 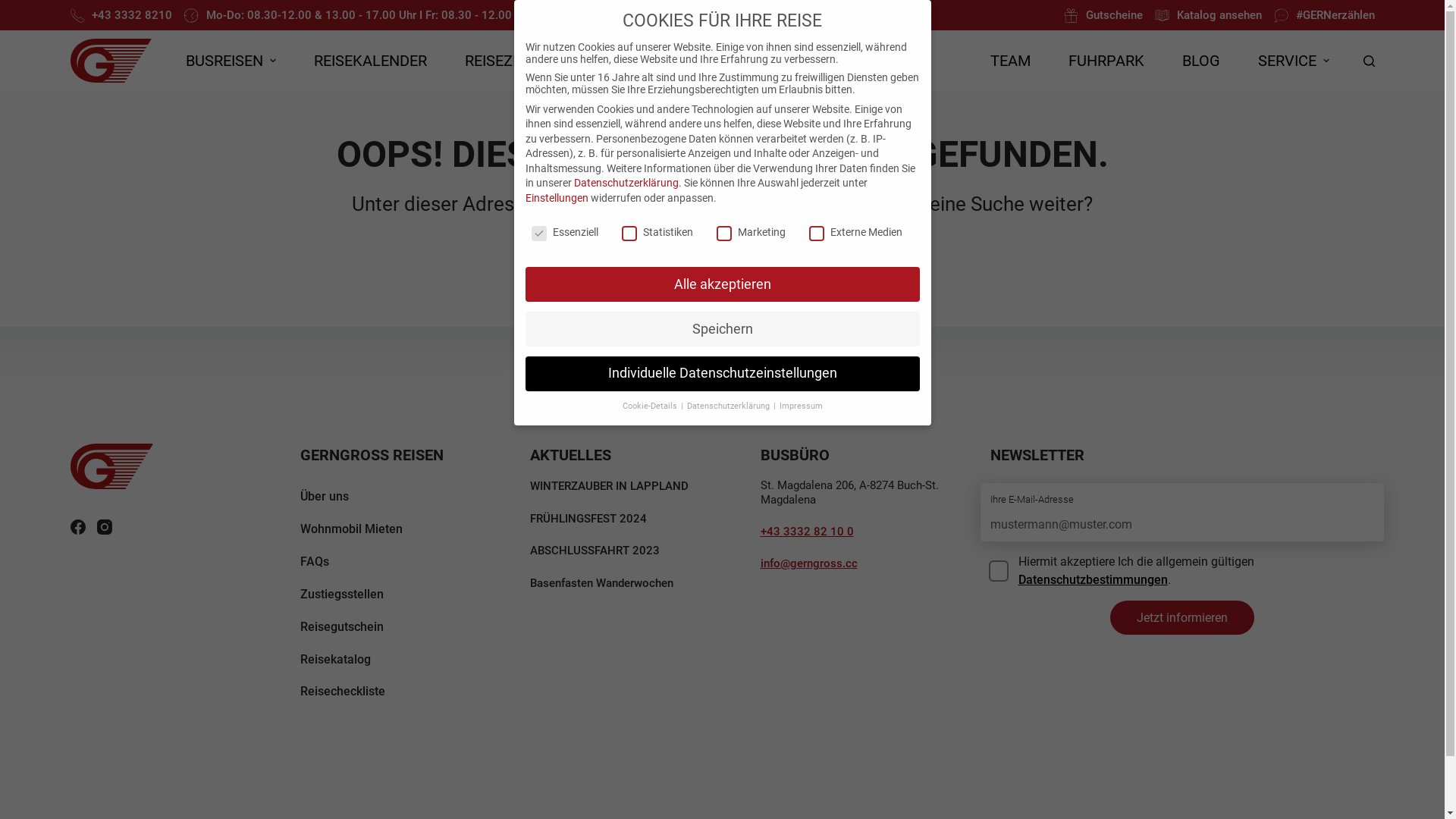 I want to click on 'Datenschutzbestimmungen', so click(x=1093, y=579).